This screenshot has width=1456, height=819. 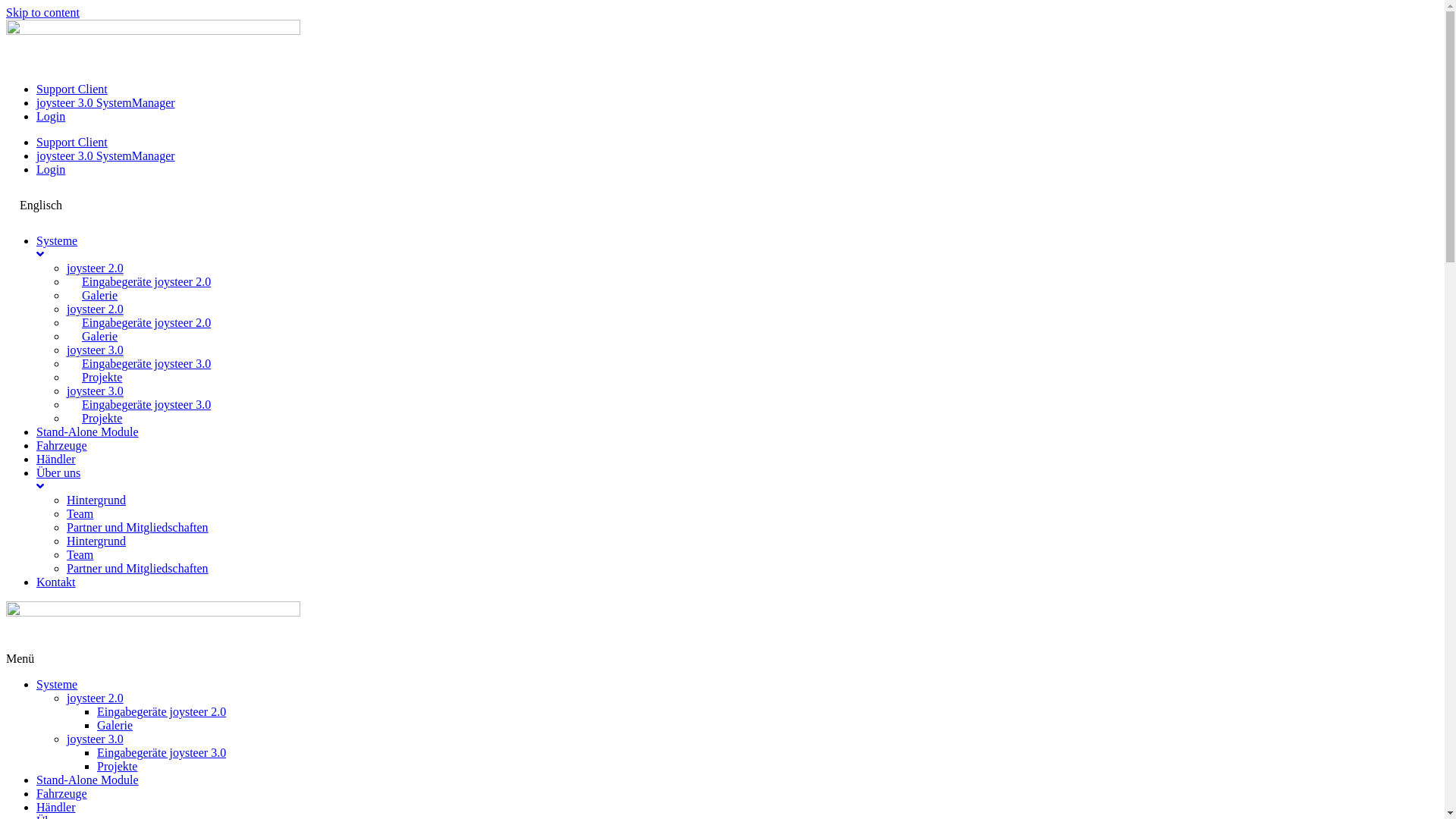 What do you see at coordinates (65, 526) in the screenshot?
I see `'Partner und Mitgliedschaften'` at bounding box center [65, 526].